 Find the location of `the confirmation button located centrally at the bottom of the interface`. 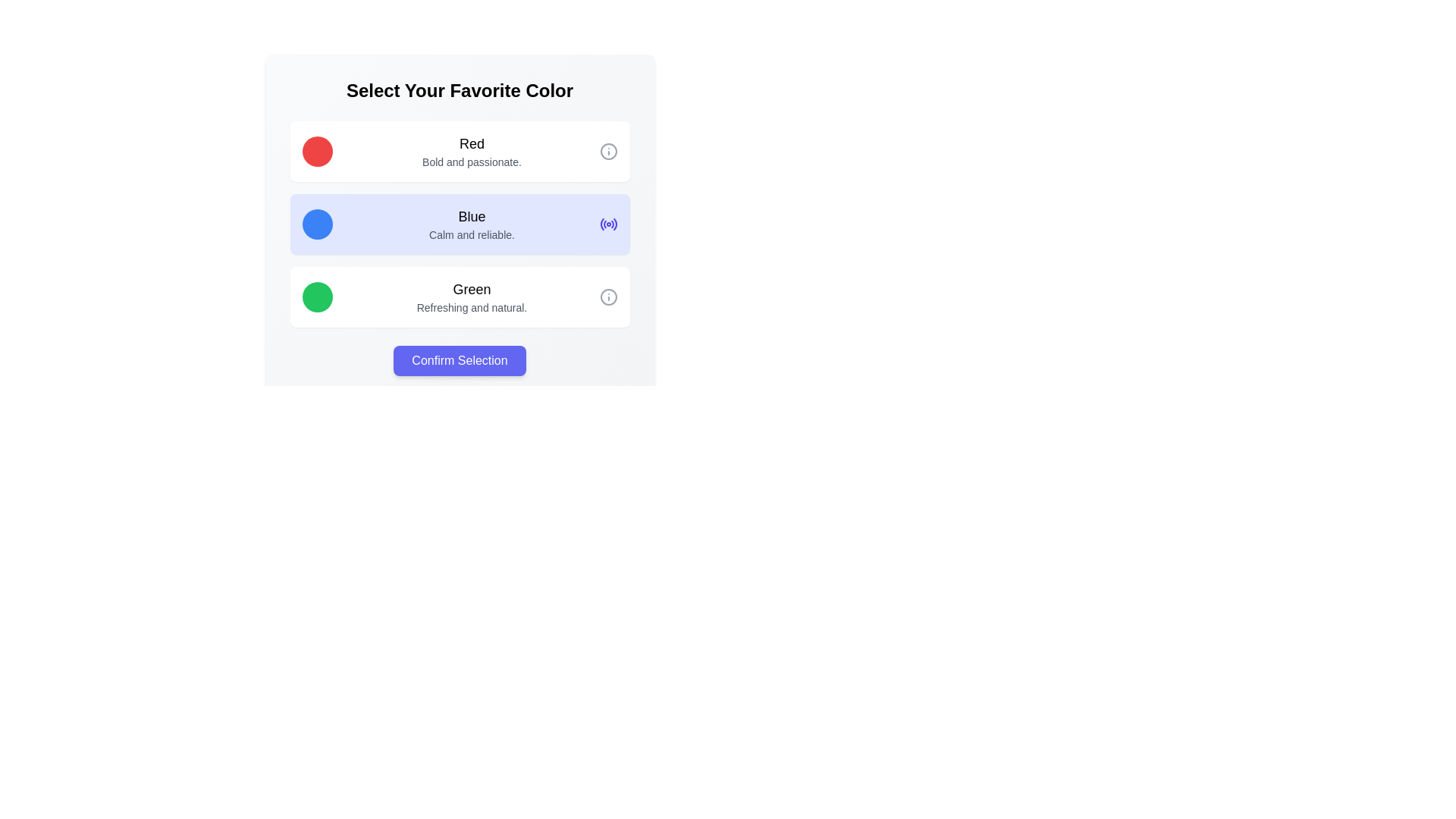

the confirmation button located centrally at the bottom of the interface is located at coordinates (459, 360).